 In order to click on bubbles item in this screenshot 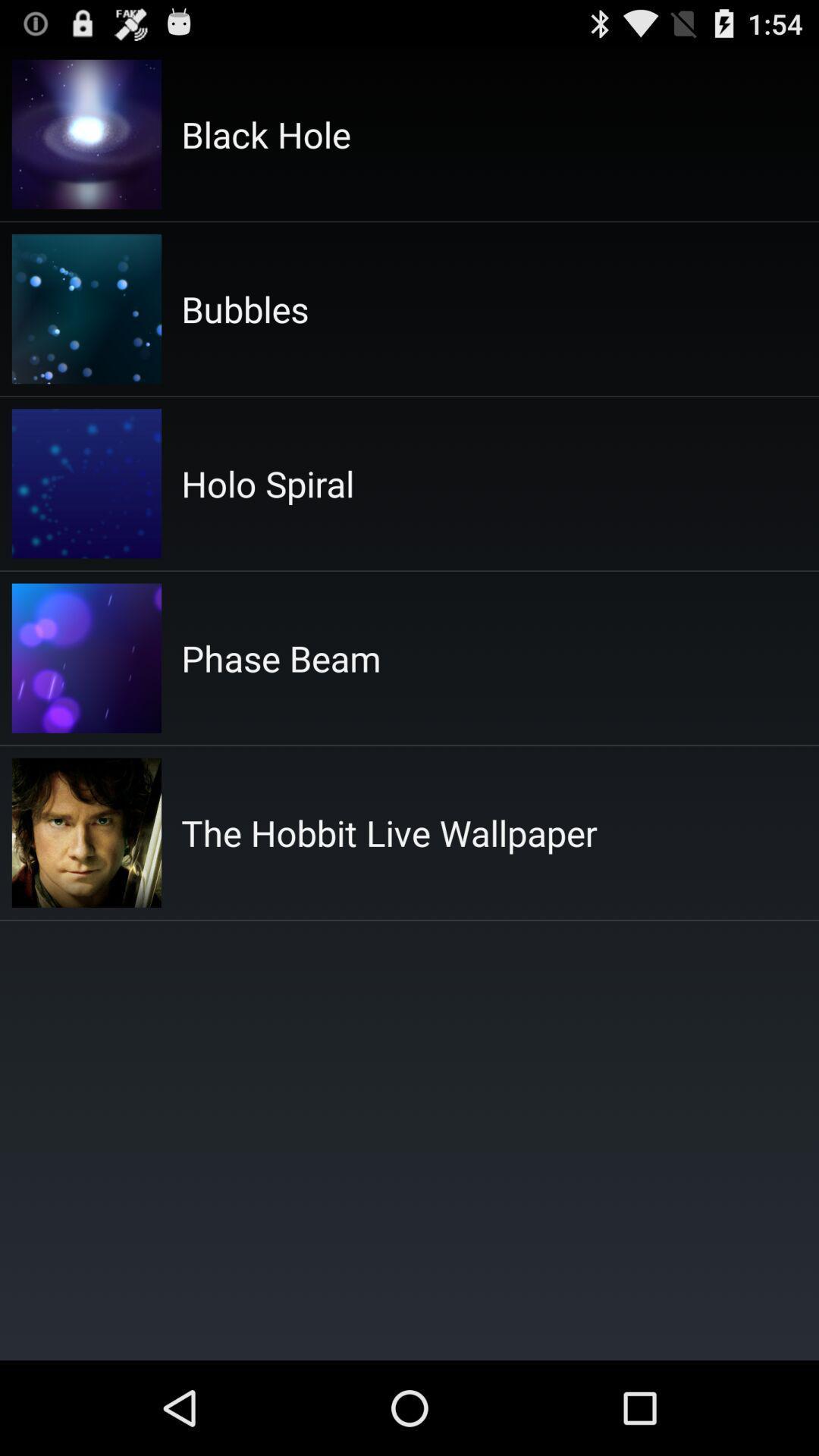, I will do `click(244, 308)`.